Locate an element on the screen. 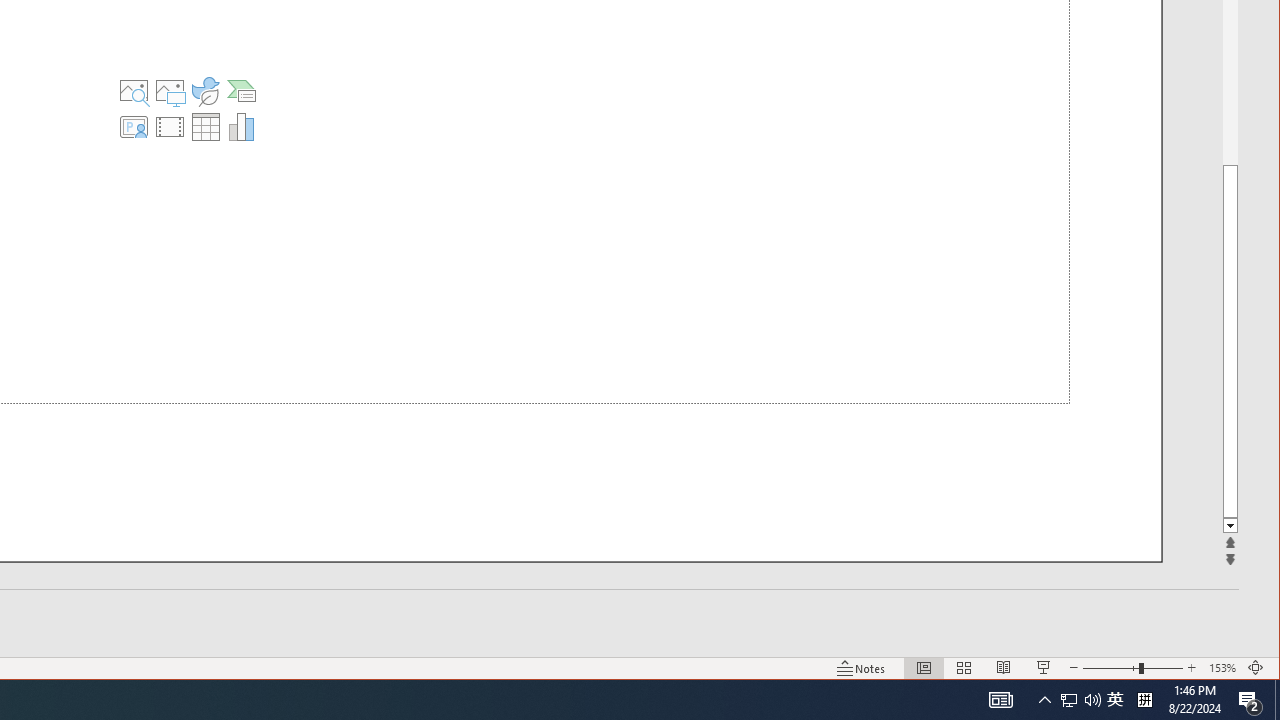  'Q2790: 100%' is located at coordinates (1114, 698).